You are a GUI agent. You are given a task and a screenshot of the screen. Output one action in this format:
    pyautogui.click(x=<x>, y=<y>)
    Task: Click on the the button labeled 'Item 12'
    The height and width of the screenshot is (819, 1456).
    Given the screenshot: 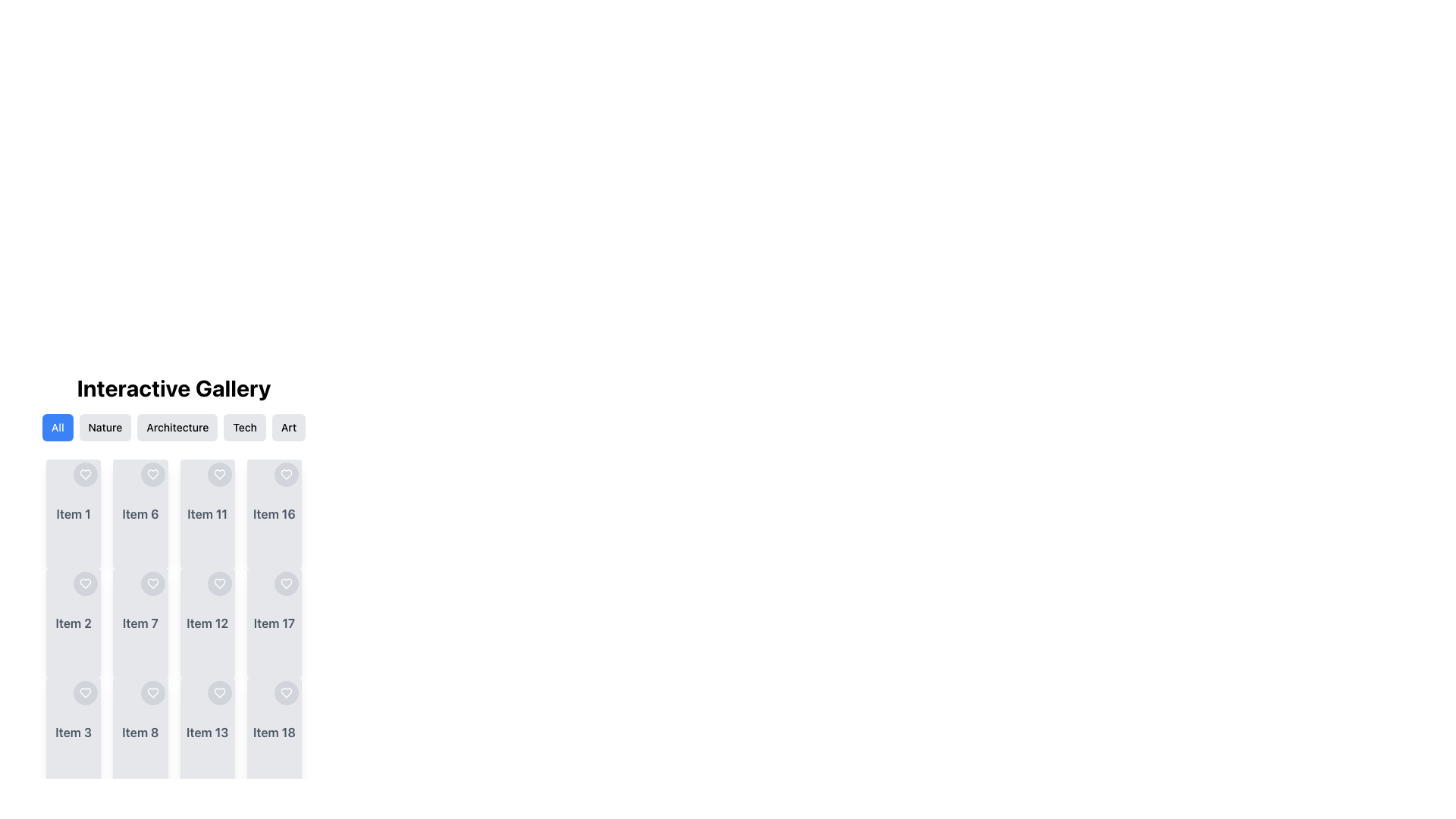 What is the action you would take?
    pyautogui.click(x=213, y=623)
    